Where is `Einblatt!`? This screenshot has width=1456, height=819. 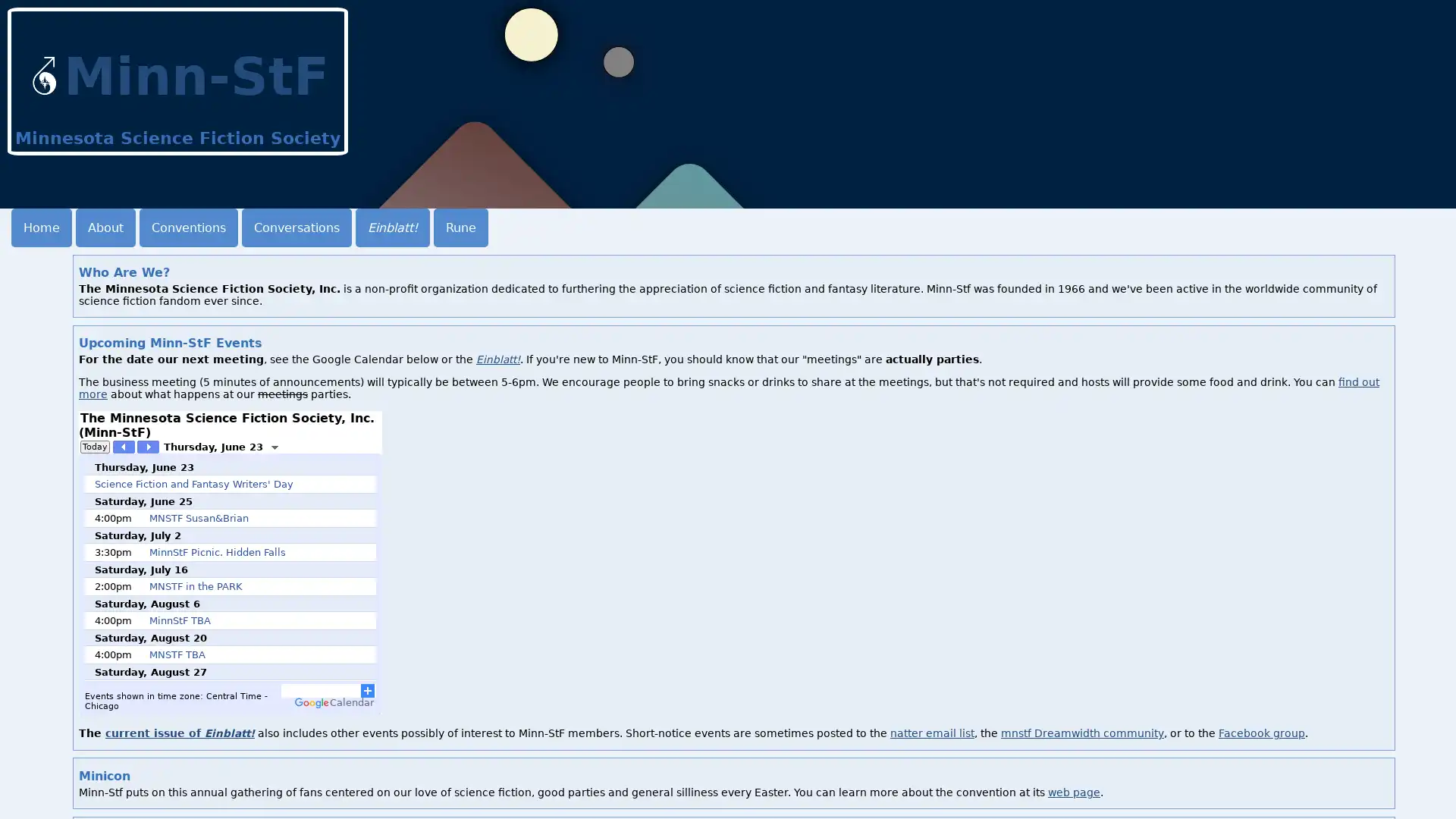
Einblatt! is located at coordinates (393, 227).